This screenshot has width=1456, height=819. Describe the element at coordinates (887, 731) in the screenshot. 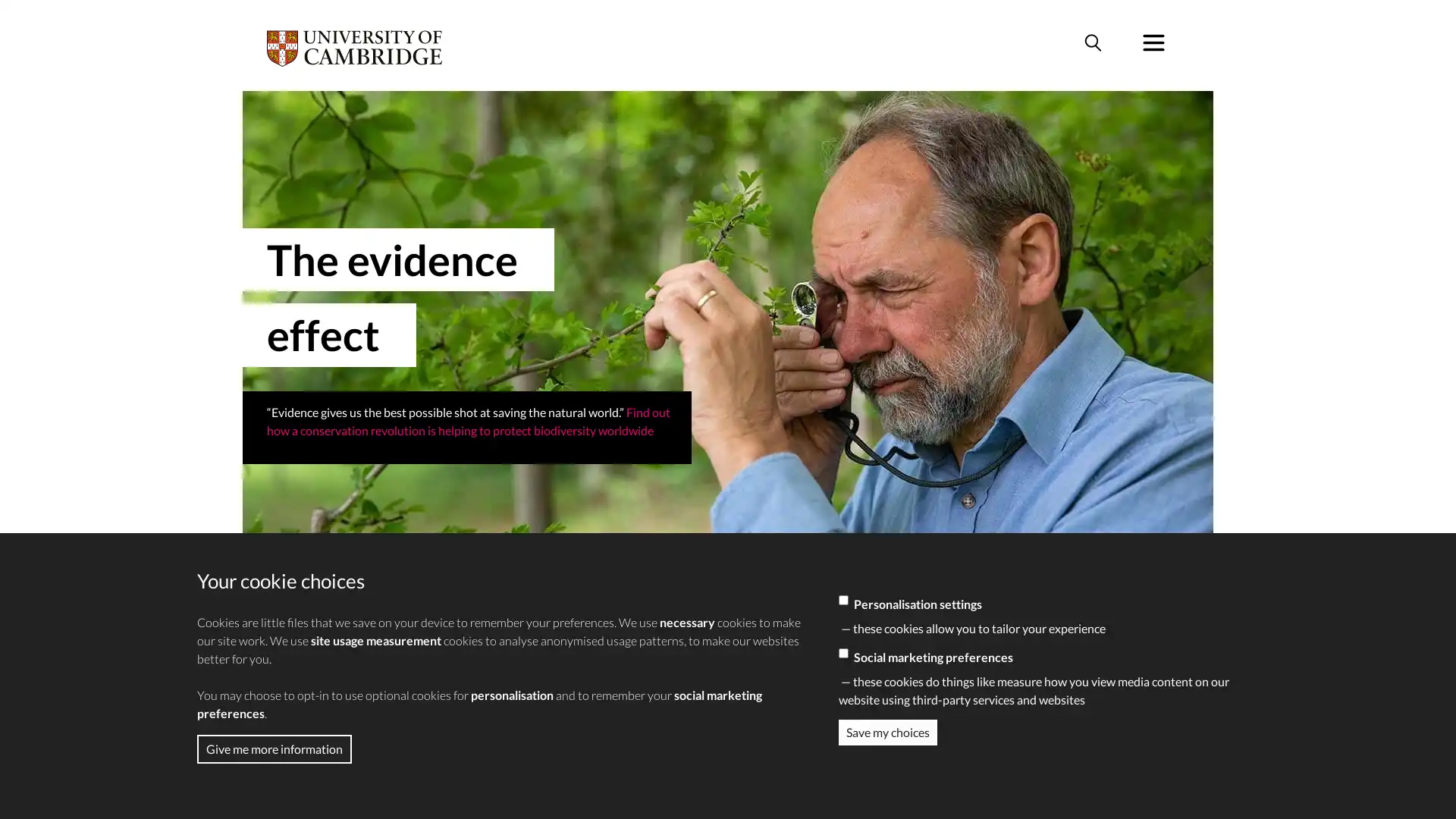

I see `Save my choices` at that location.